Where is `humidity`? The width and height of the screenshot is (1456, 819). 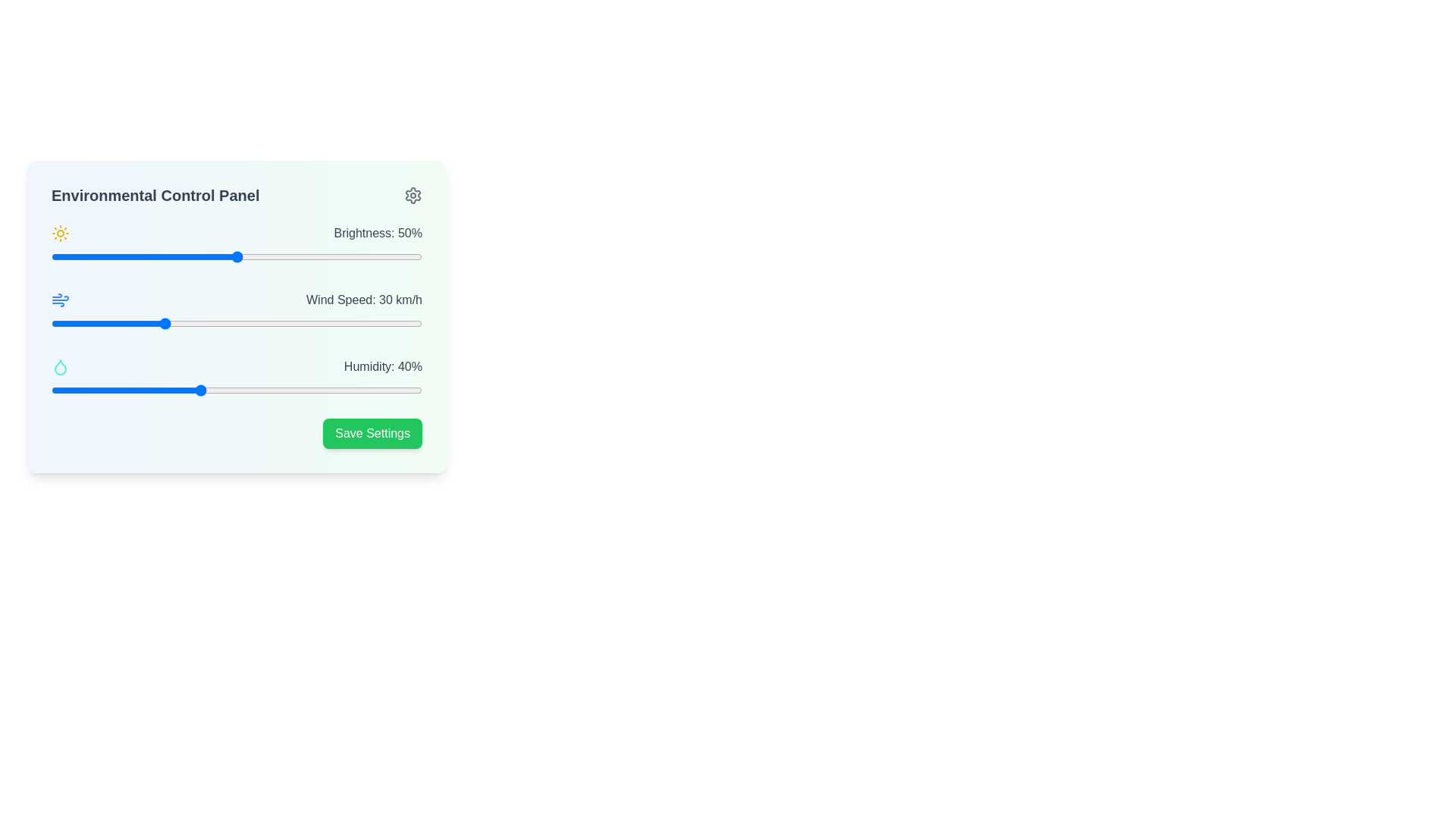 humidity is located at coordinates (259, 390).